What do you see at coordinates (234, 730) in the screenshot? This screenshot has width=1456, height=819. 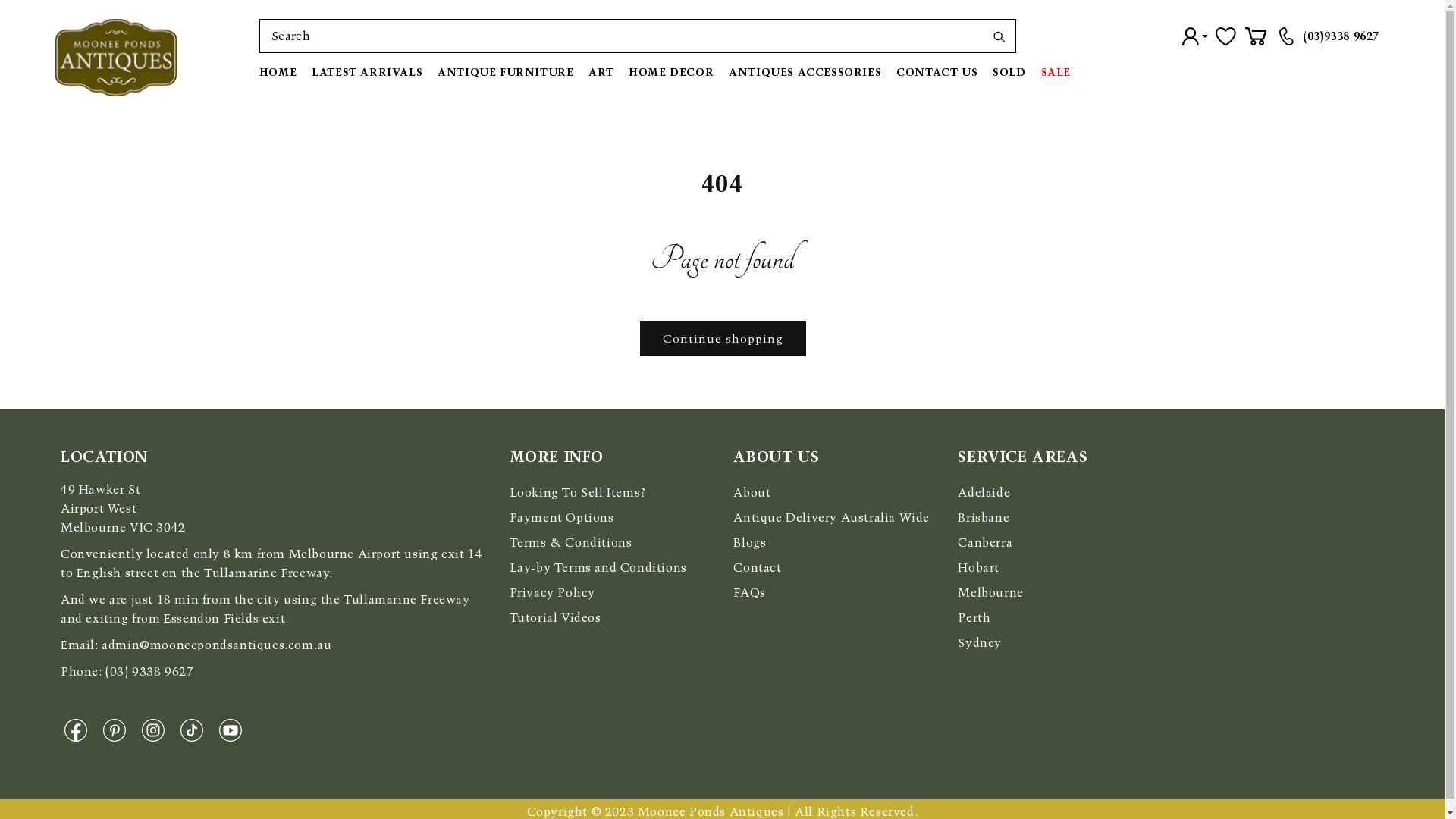 I see `'YouTube'` at bounding box center [234, 730].